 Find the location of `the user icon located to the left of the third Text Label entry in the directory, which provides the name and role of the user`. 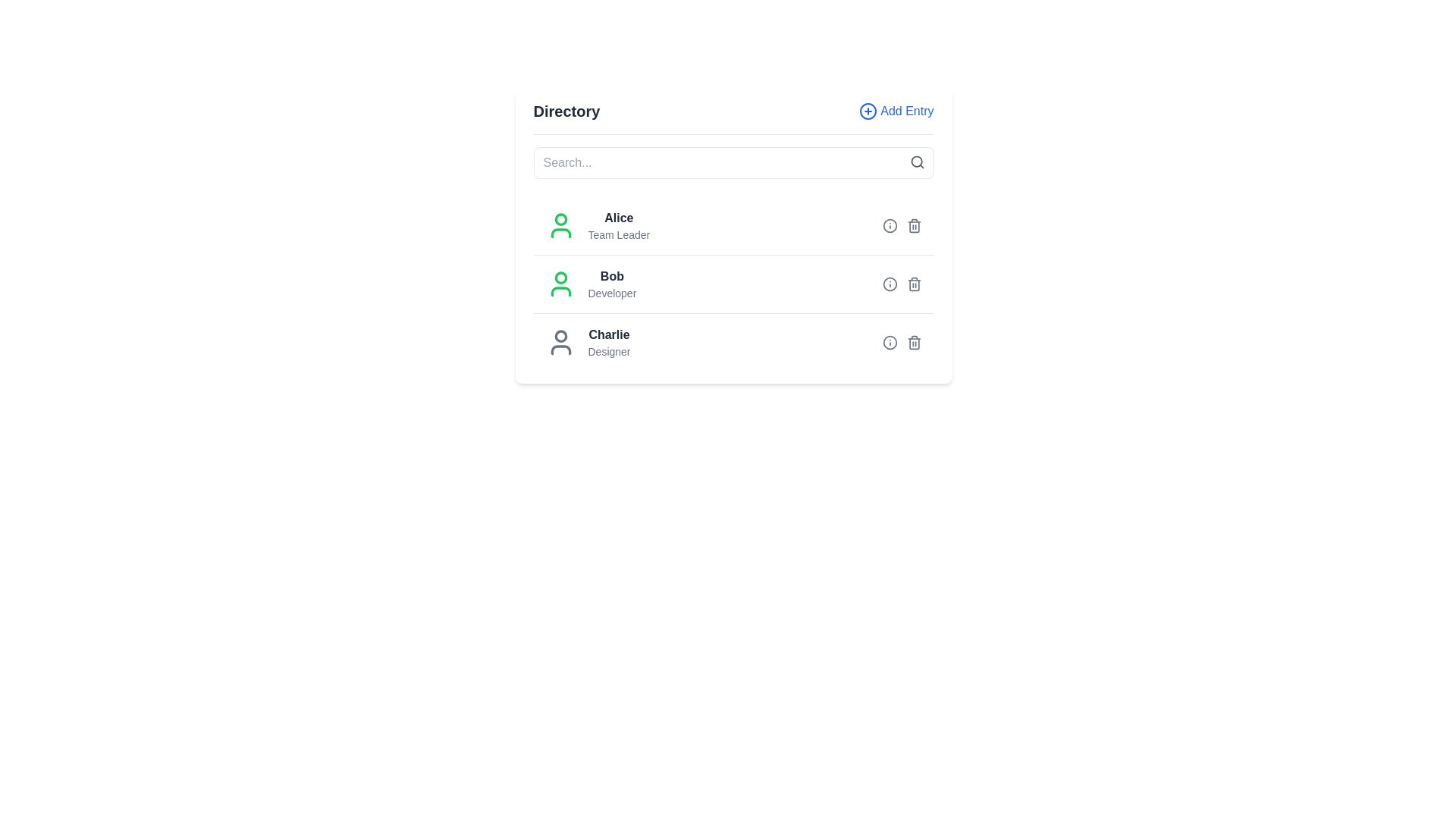

the user icon located to the left of the third Text Label entry in the directory, which provides the name and role of the user is located at coordinates (609, 342).